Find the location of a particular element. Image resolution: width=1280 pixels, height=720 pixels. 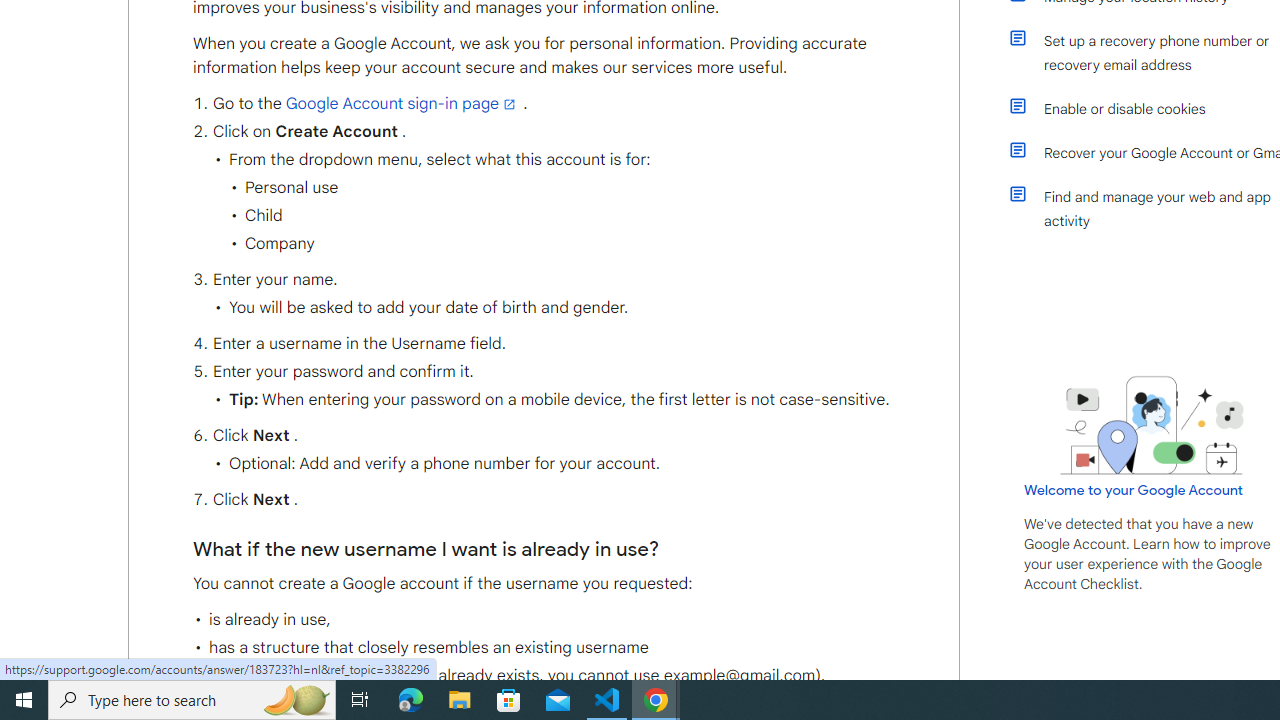

'Learning Center home page image' is located at coordinates (1152, 424).